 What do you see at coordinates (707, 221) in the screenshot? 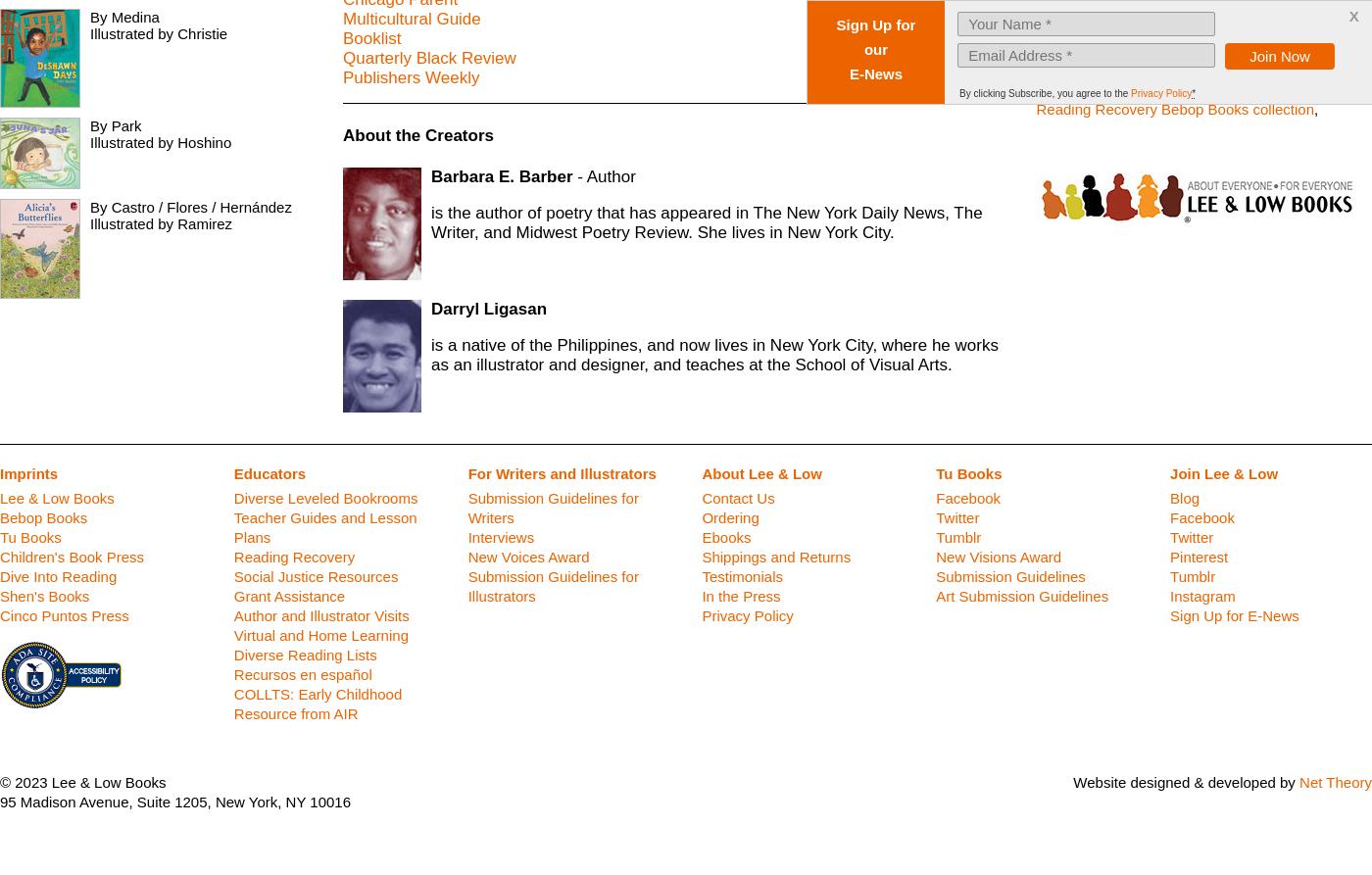
I see `'is the author of poetry that has appeared in The New York Daily News, The Writer, and Midwest Poetry Review.  She lives in New York City.'` at bounding box center [707, 221].